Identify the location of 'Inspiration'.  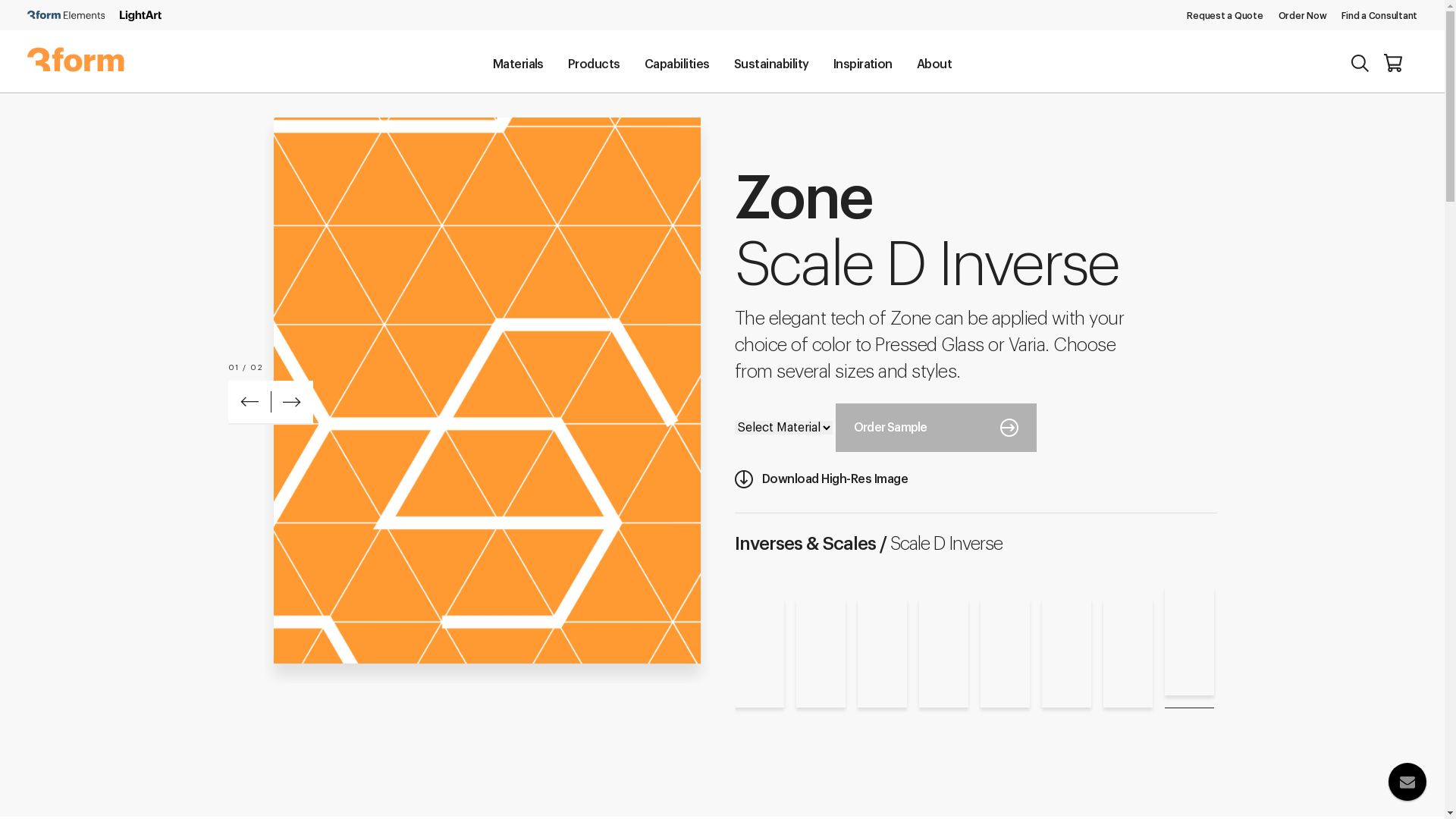
(862, 62).